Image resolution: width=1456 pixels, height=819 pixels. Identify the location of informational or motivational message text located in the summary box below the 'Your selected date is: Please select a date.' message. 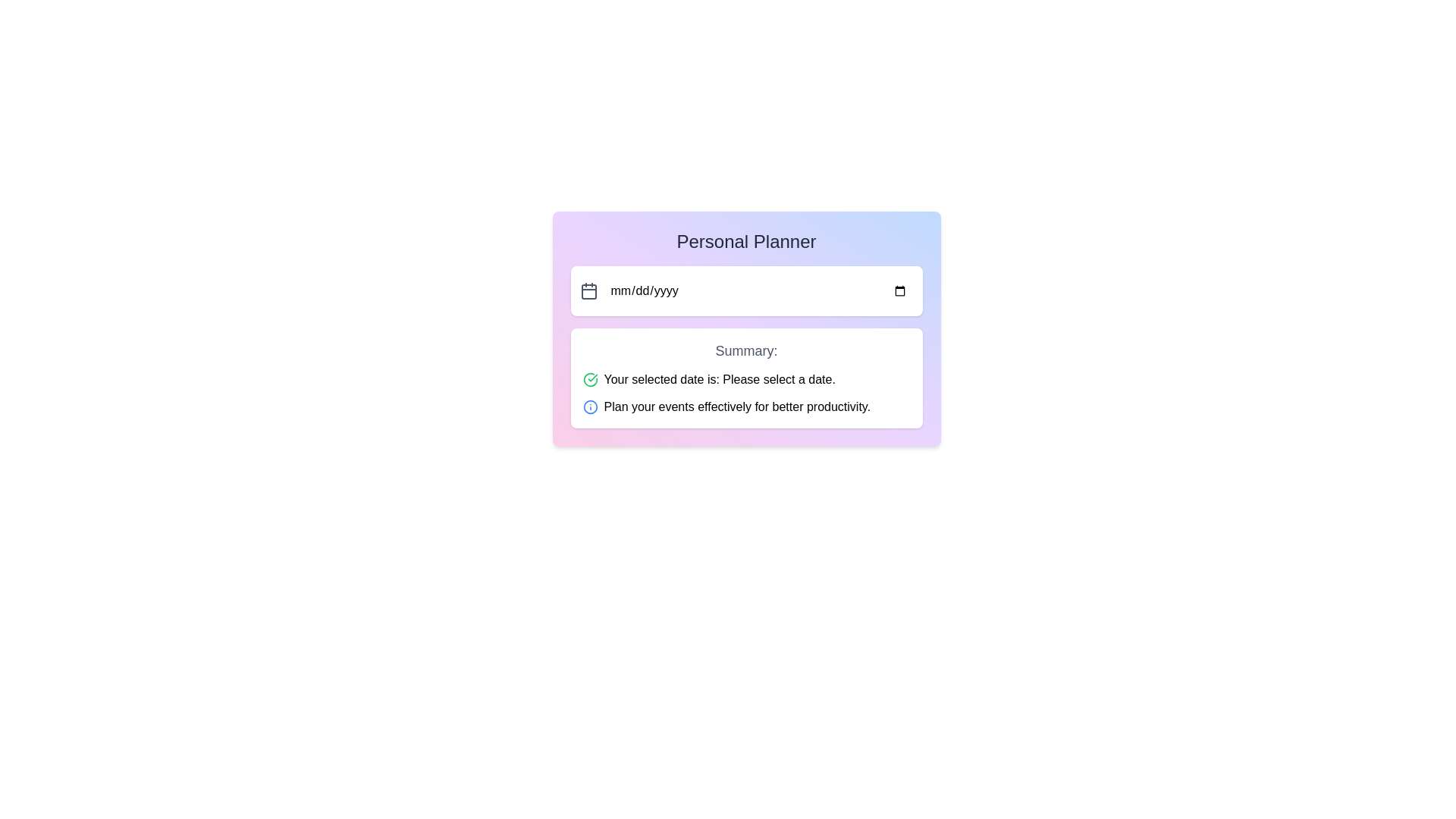
(746, 406).